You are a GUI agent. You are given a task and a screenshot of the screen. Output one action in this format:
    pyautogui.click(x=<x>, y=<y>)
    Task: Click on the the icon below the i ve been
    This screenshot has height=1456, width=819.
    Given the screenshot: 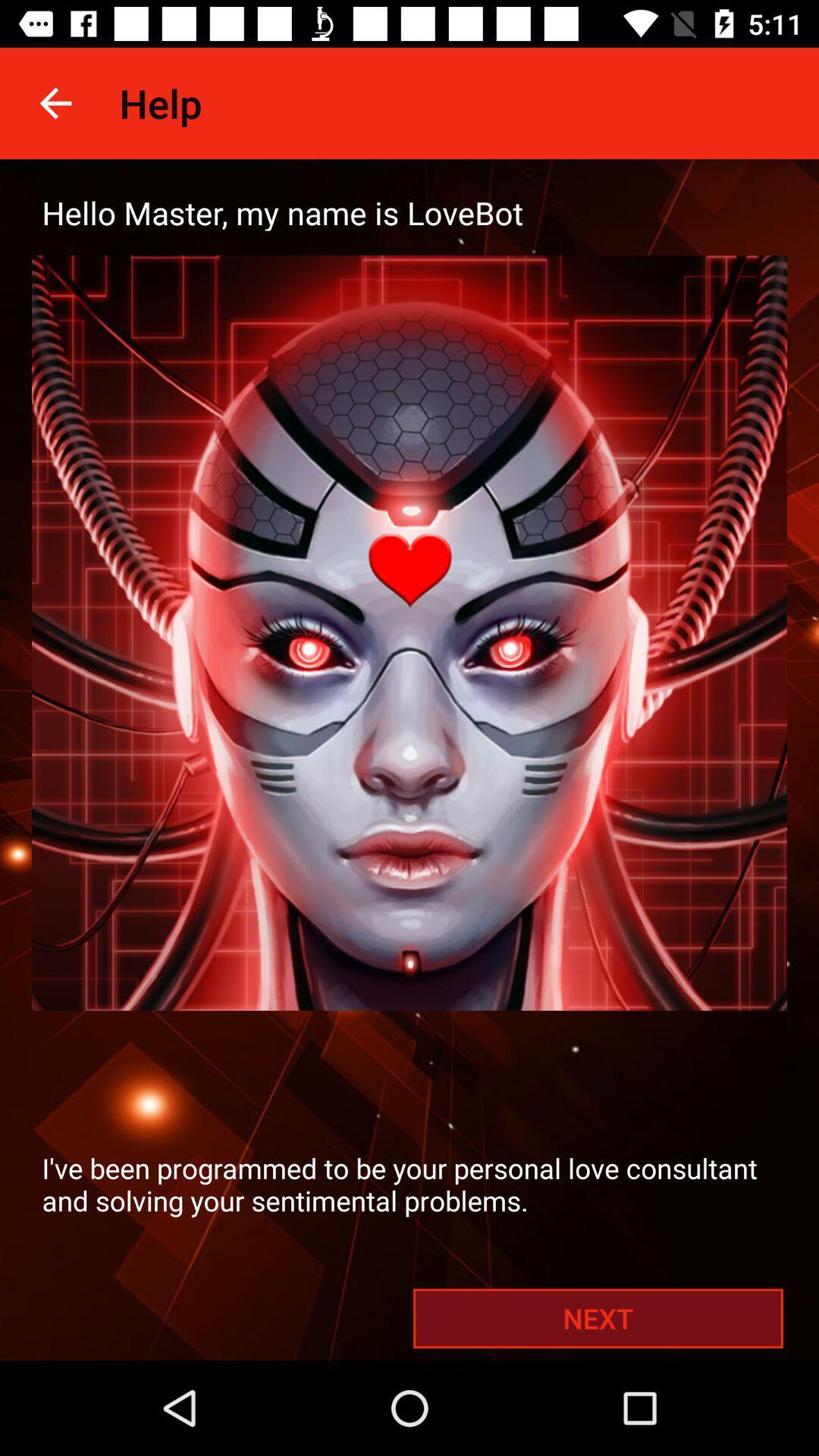 What is the action you would take?
    pyautogui.click(x=598, y=1317)
    